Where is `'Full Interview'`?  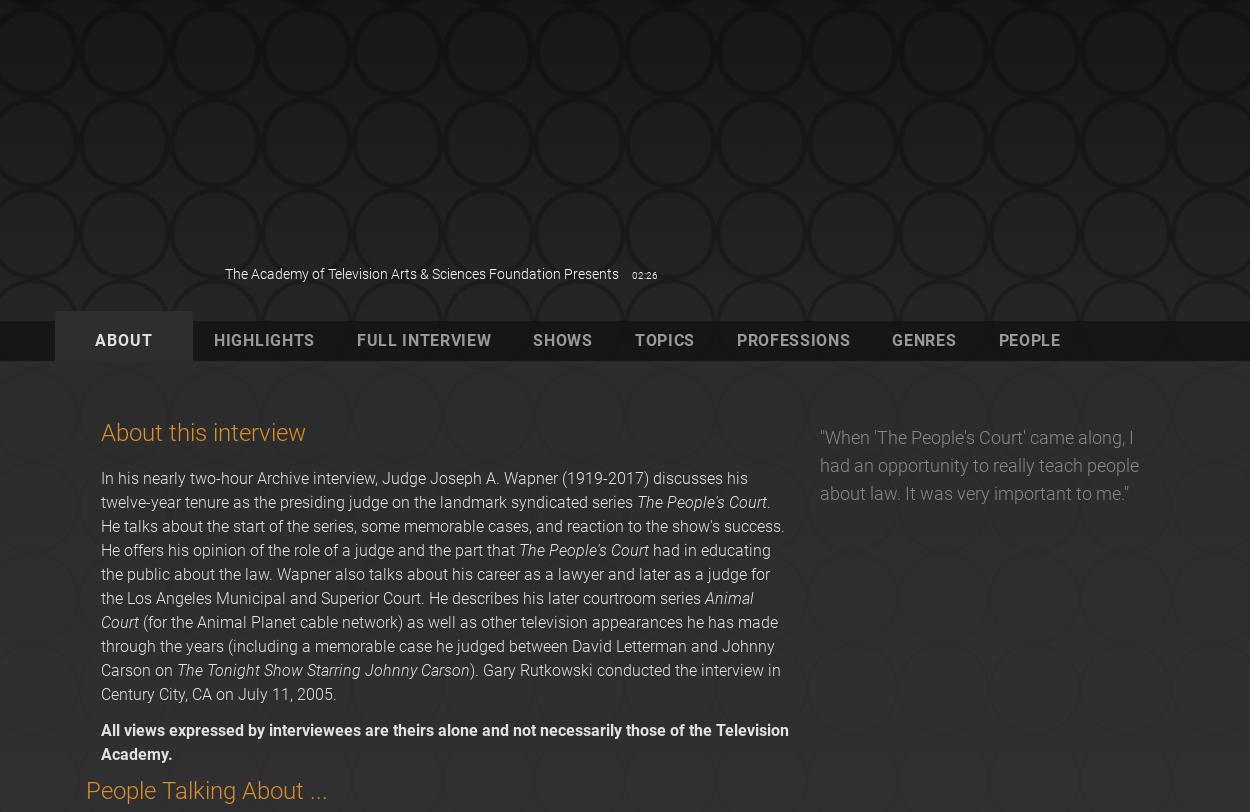 'Full Interview' is located at coordinates (423, 339).